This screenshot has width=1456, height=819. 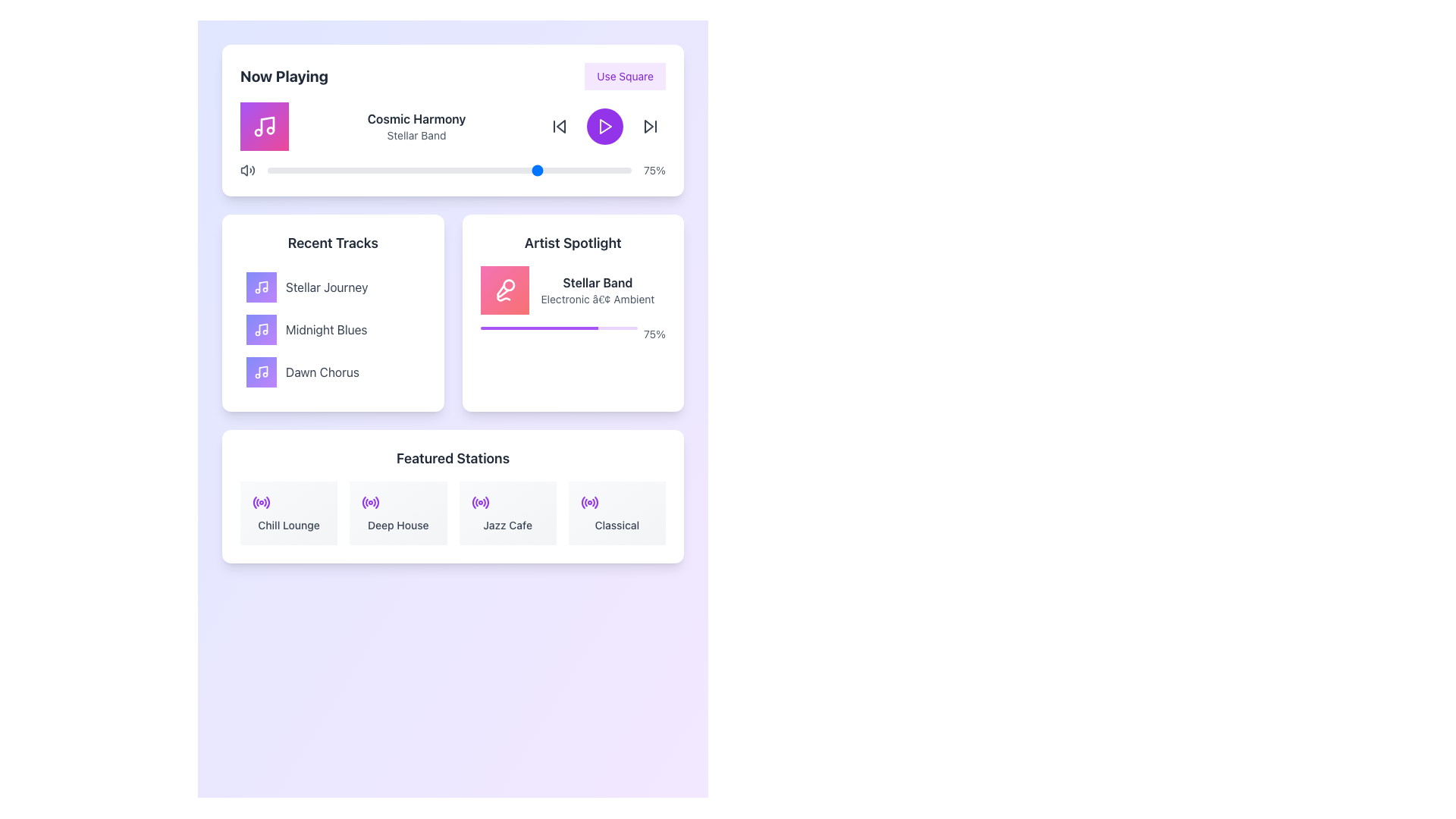 What do you see at coordinates (494, 327) in the screenshot?
I see `progress` at bounding box center [494, 327].